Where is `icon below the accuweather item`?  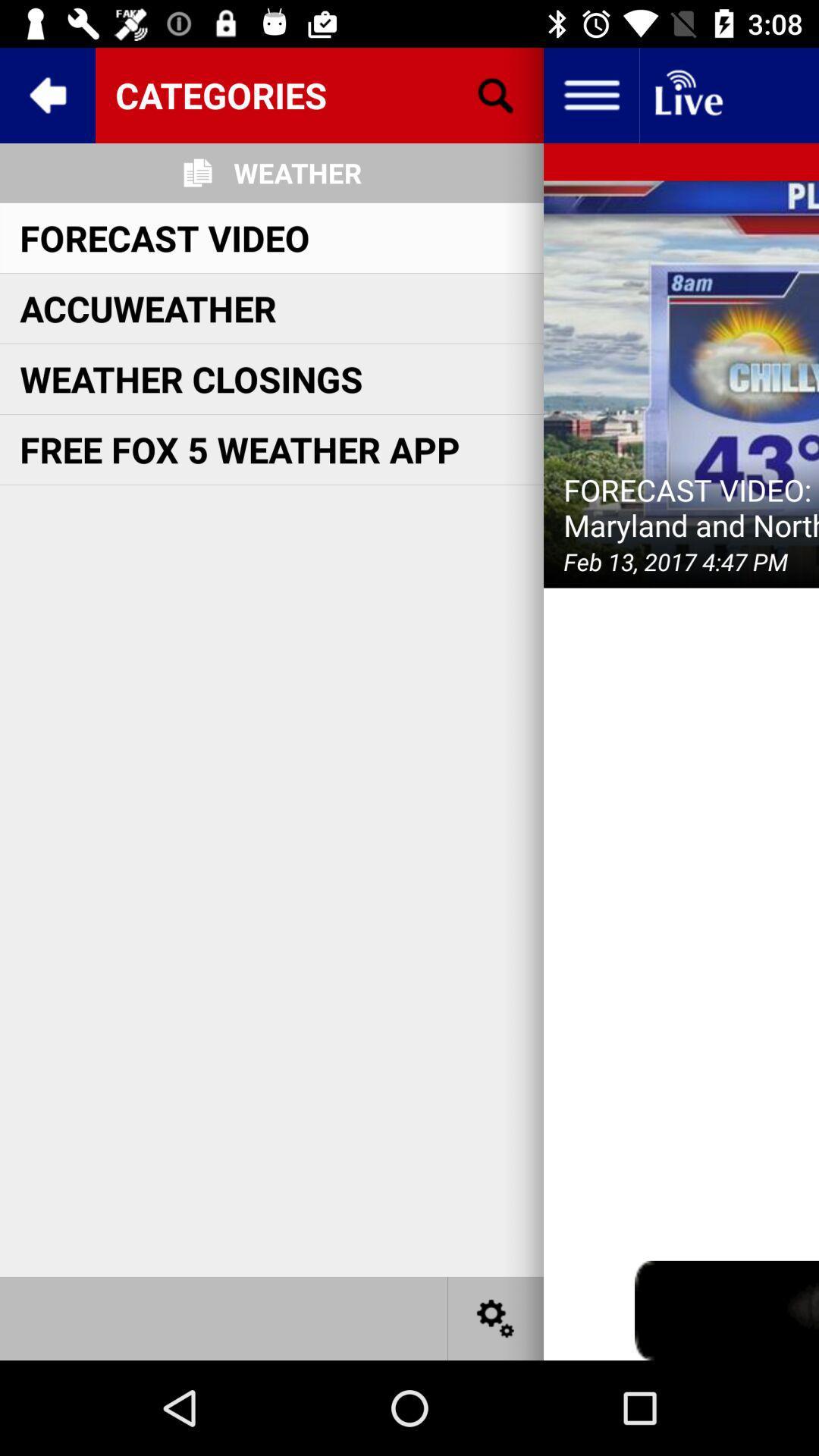 icon below the accuweather item is located at coordinates (190, 378).